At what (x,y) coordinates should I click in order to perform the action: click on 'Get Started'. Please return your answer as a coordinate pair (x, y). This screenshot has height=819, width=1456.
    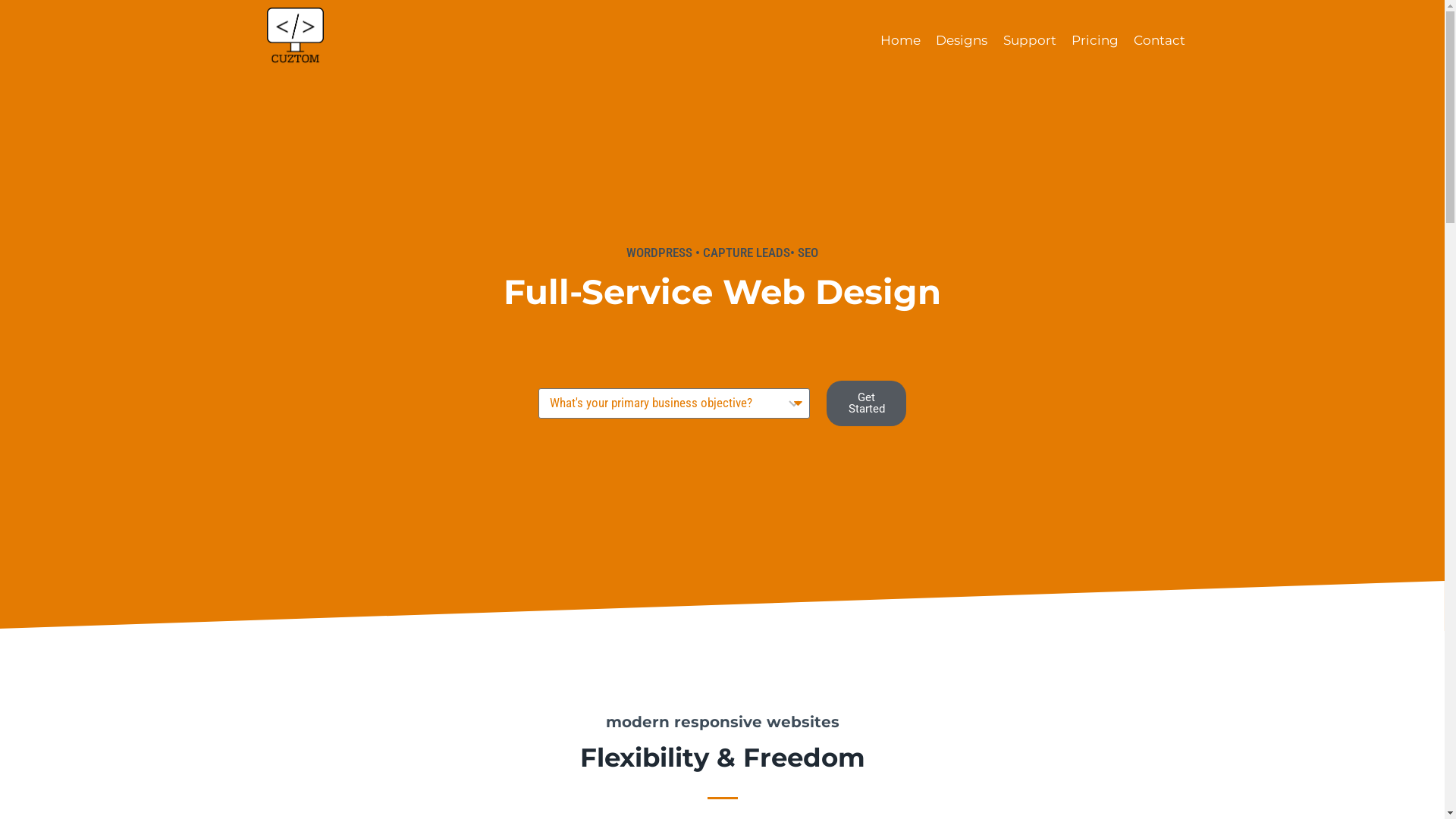
    Looking at the image, I should click on (866, 403).